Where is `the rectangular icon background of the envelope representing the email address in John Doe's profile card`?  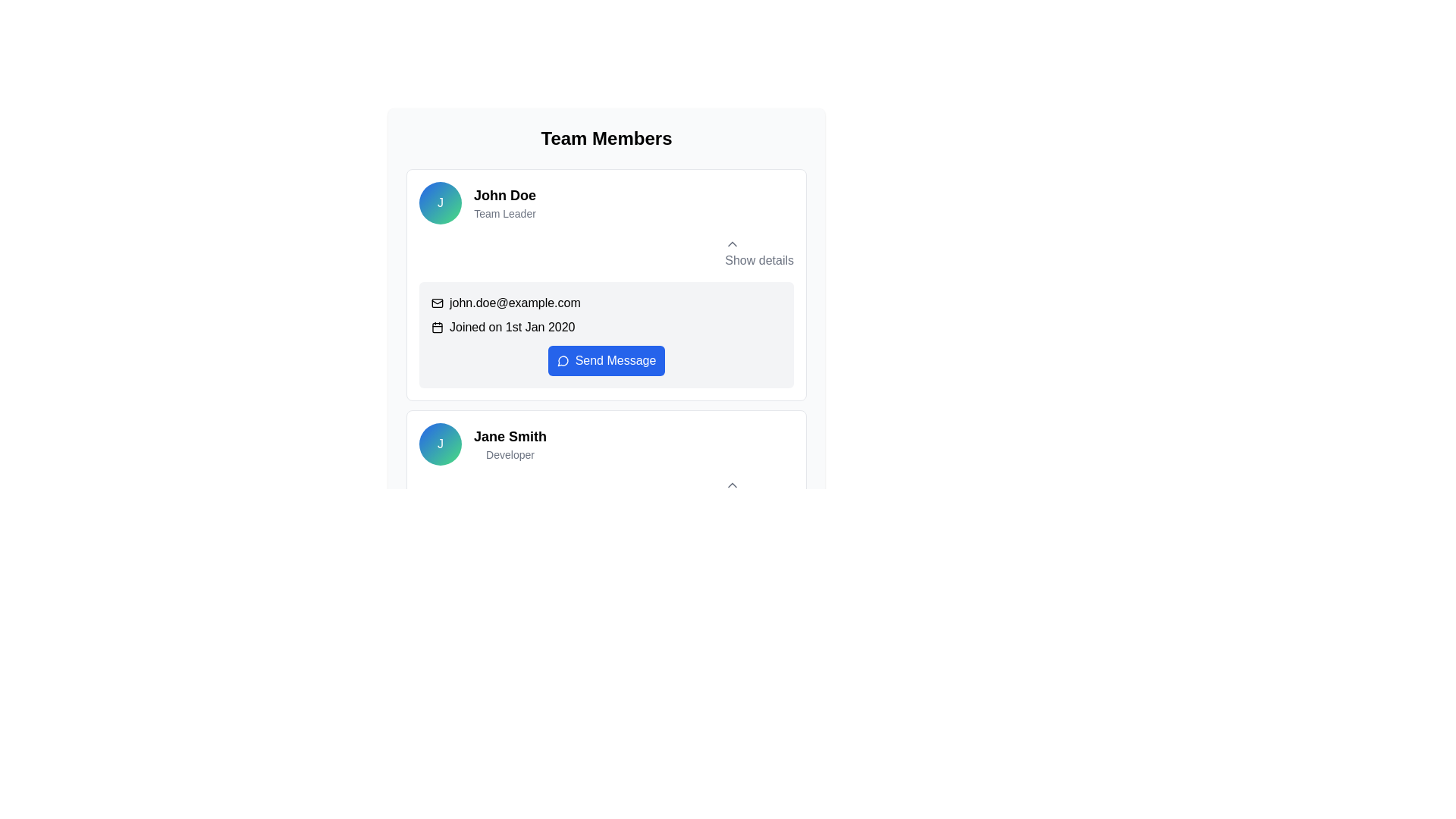
the rectangular icon background of the envelope representing the email address in John Doe's profile card is located at coordinates (436, 303).